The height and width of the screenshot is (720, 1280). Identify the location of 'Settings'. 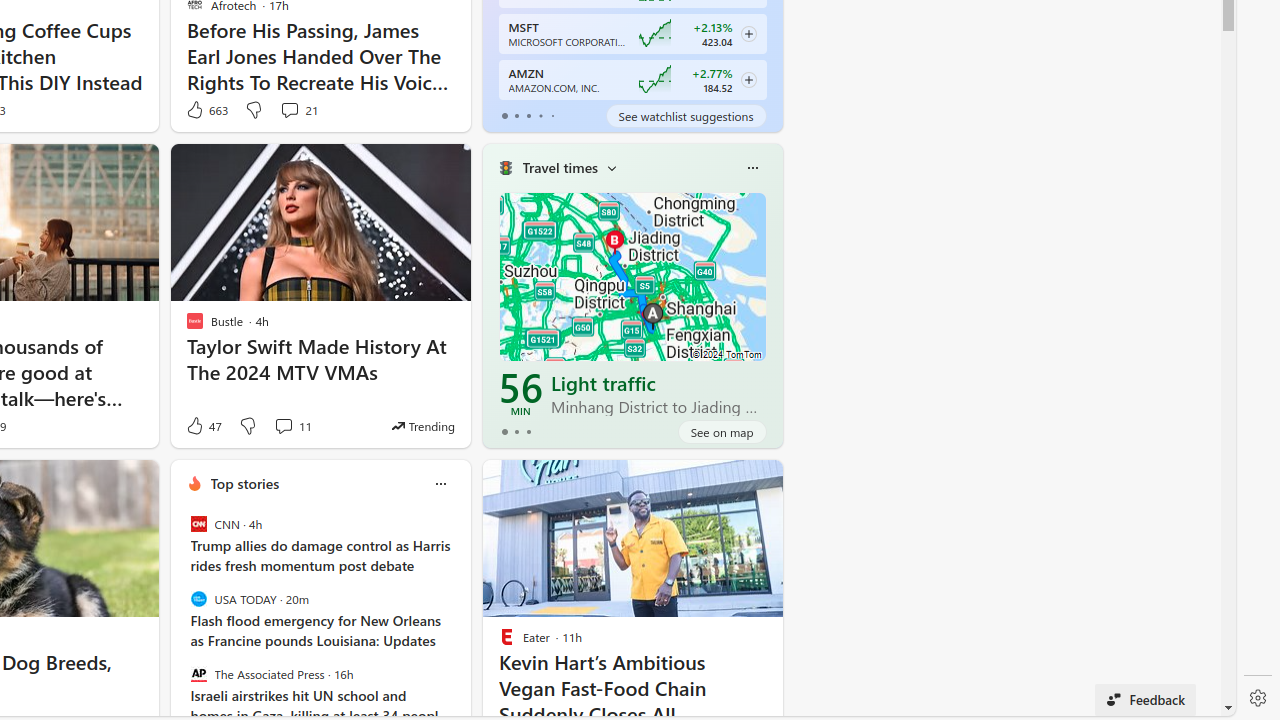
(1256, 696).